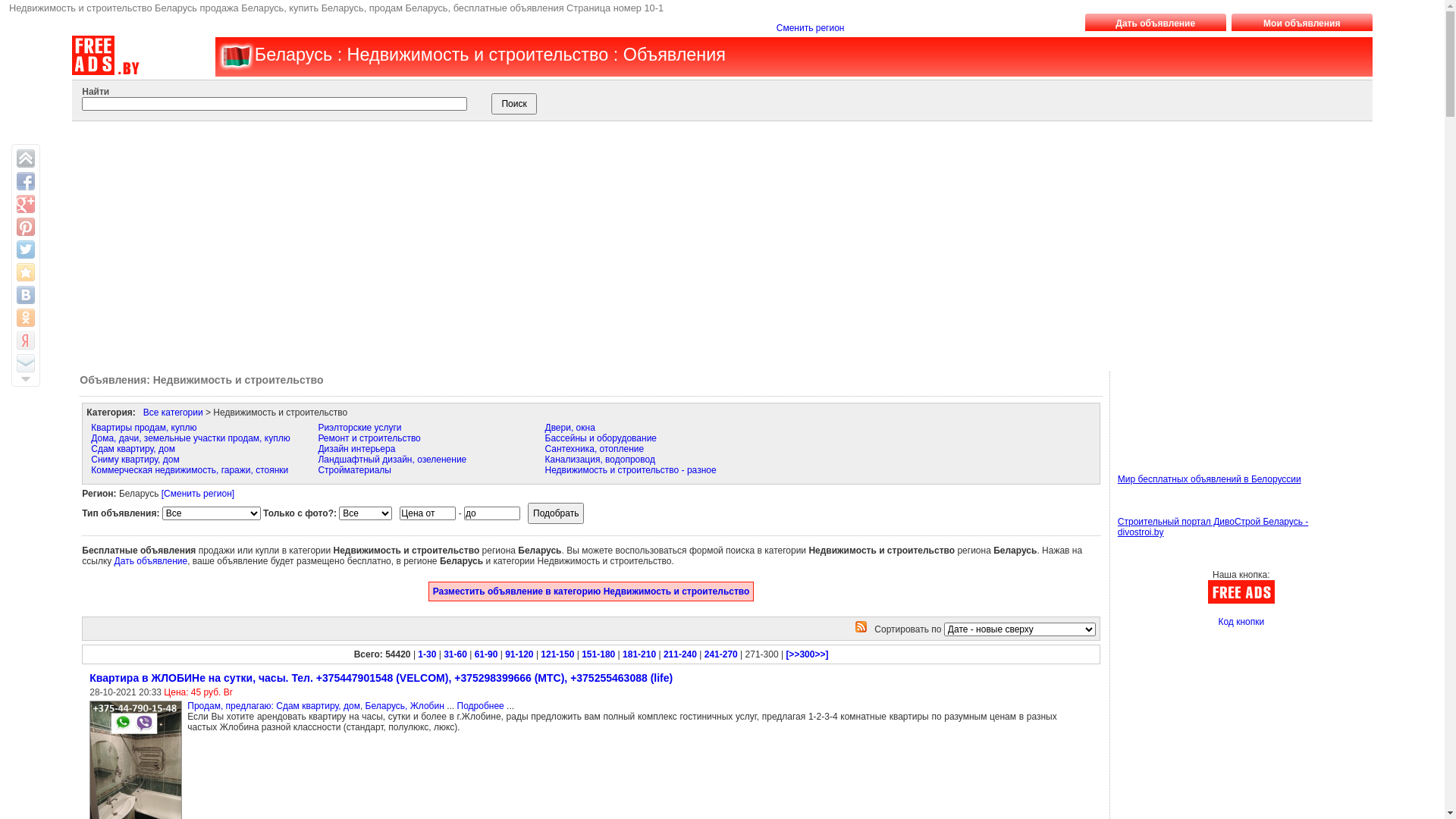 The height and width of the screenshot is (819, 1456). I want to click on 'Advertisement', so click(1117, 405).